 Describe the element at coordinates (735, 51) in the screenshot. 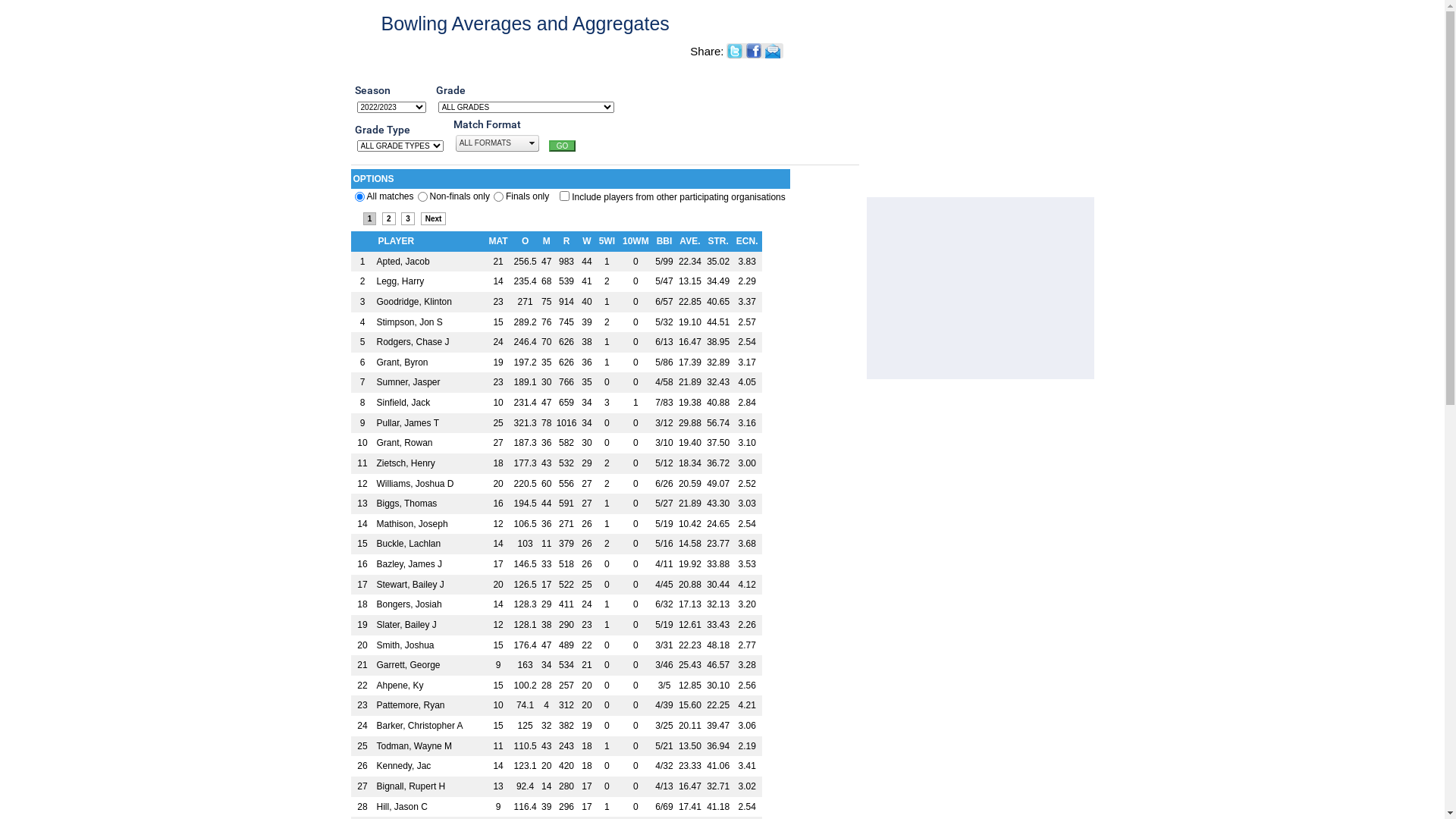

I see `'Tweet this'` at that location.